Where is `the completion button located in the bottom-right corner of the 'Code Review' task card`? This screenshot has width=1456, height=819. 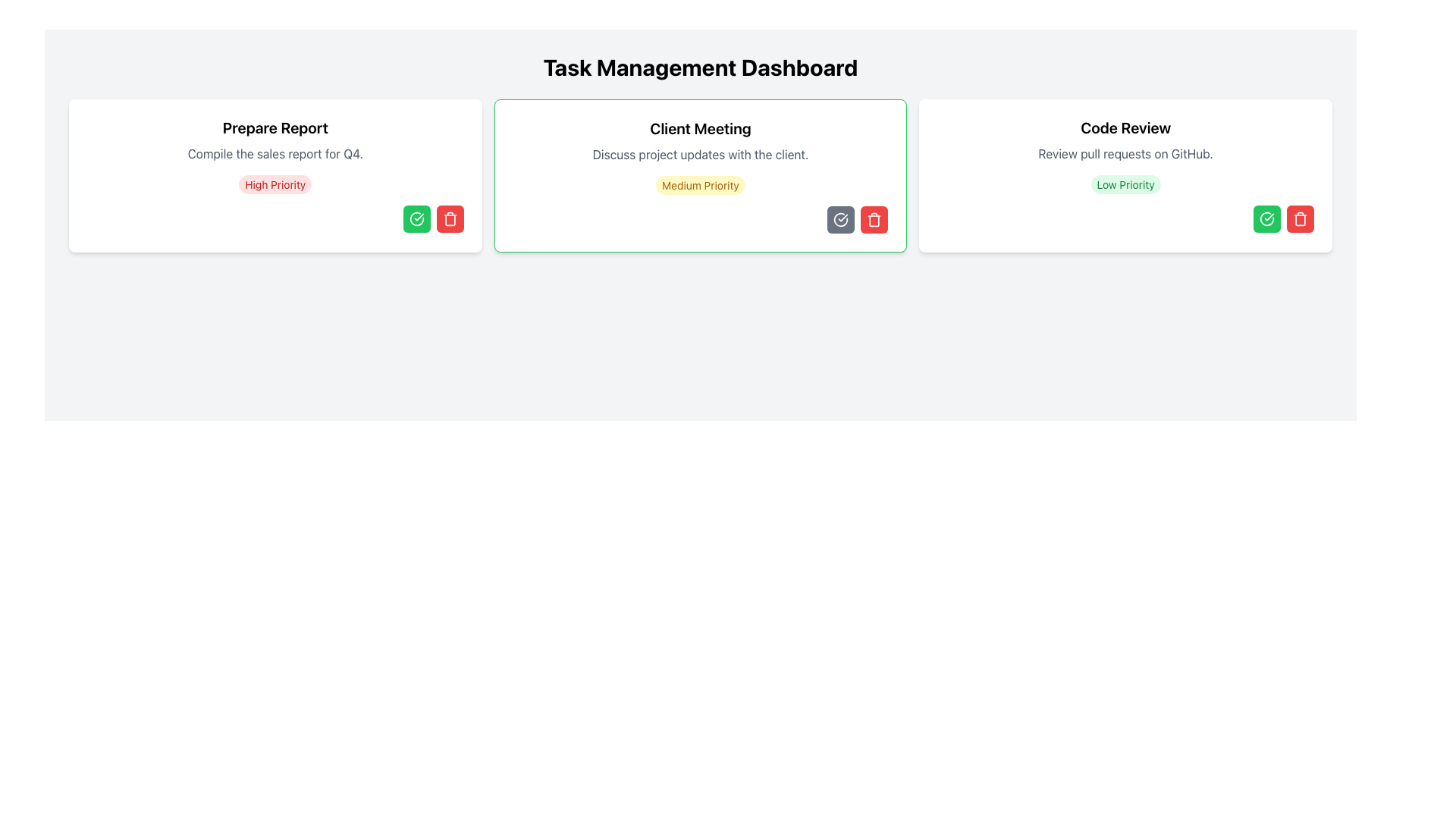 the completion button located in the bottom-right corner of the 'Code Review' task card is located at coordinates (1266, 219).